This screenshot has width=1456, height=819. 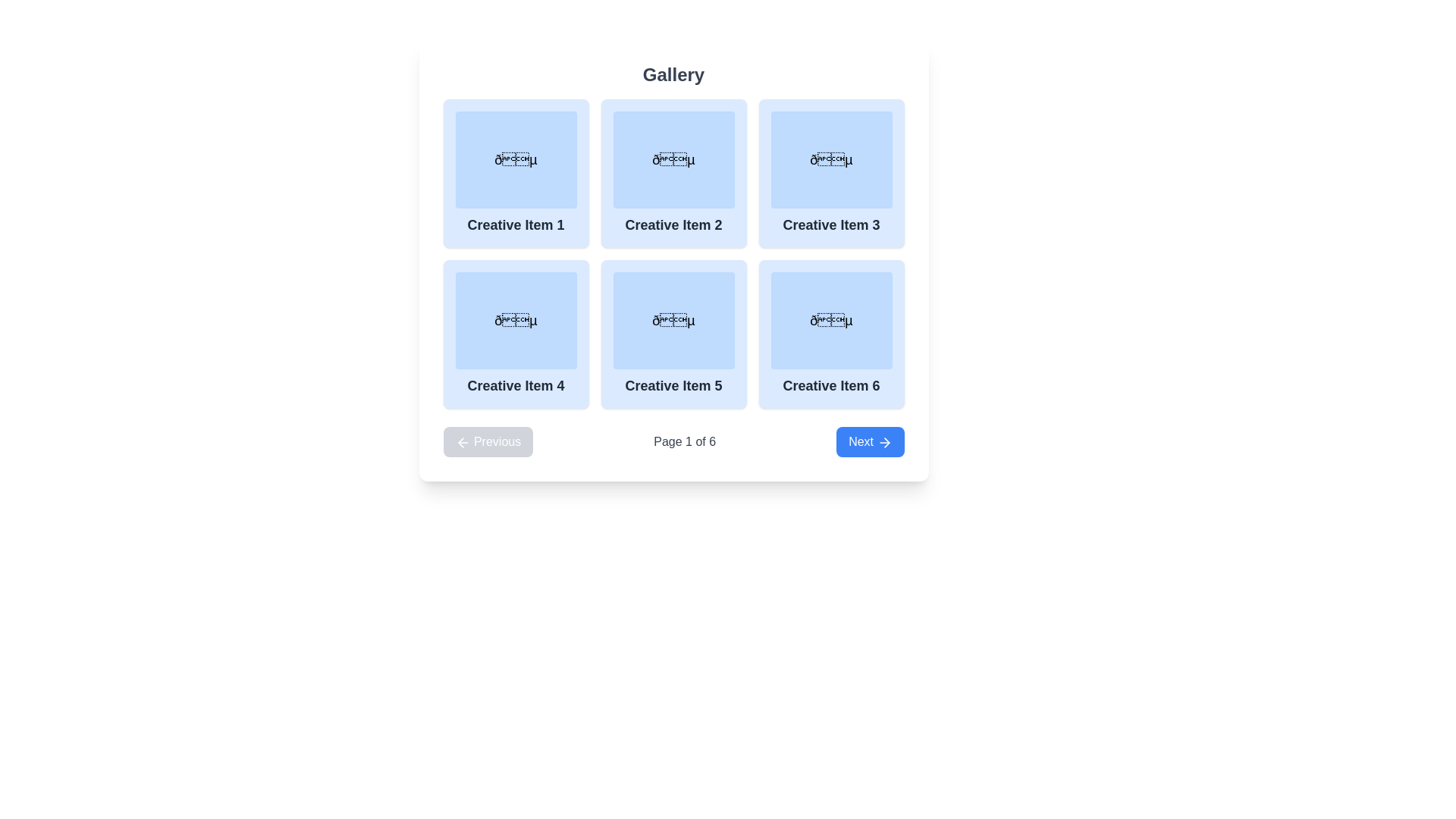 I want to click on the navigation button located at the bottom-right corner of the pagination controls, so click(x=870, y=441).